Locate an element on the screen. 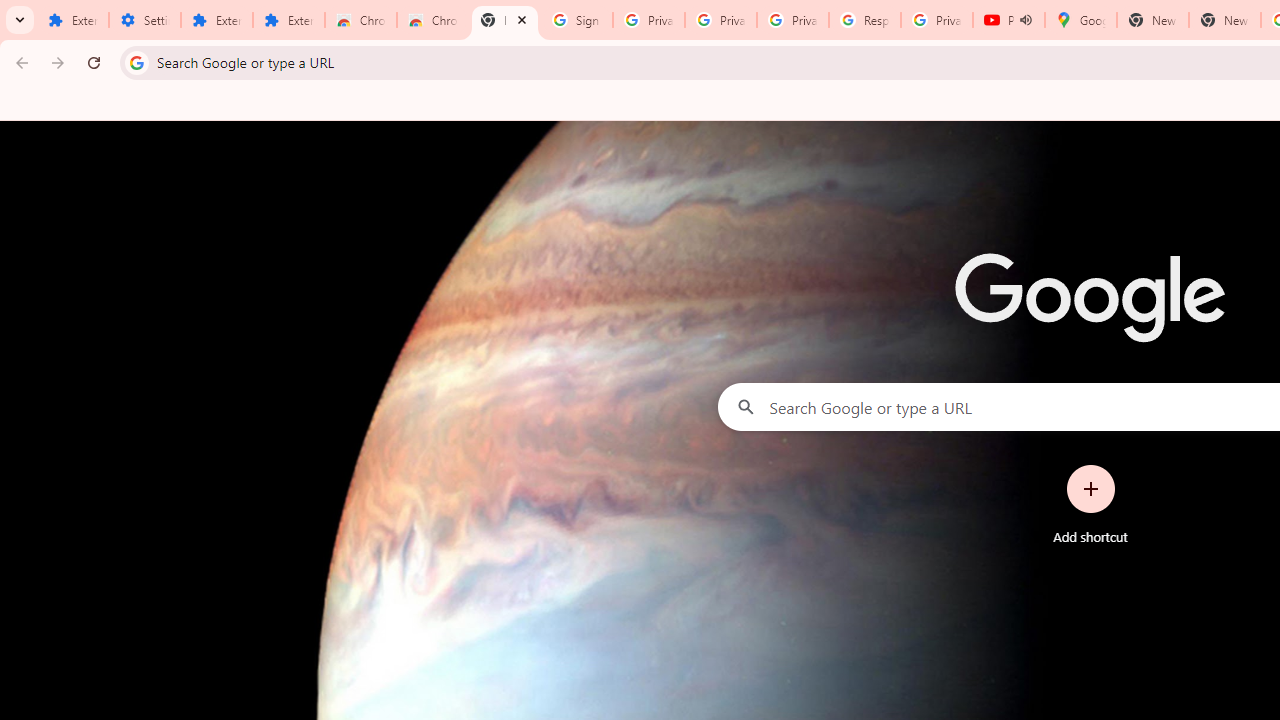 This screenshot has width=1280, height=720. 'Chrome Web Store' is located at coordinates (360, 20).